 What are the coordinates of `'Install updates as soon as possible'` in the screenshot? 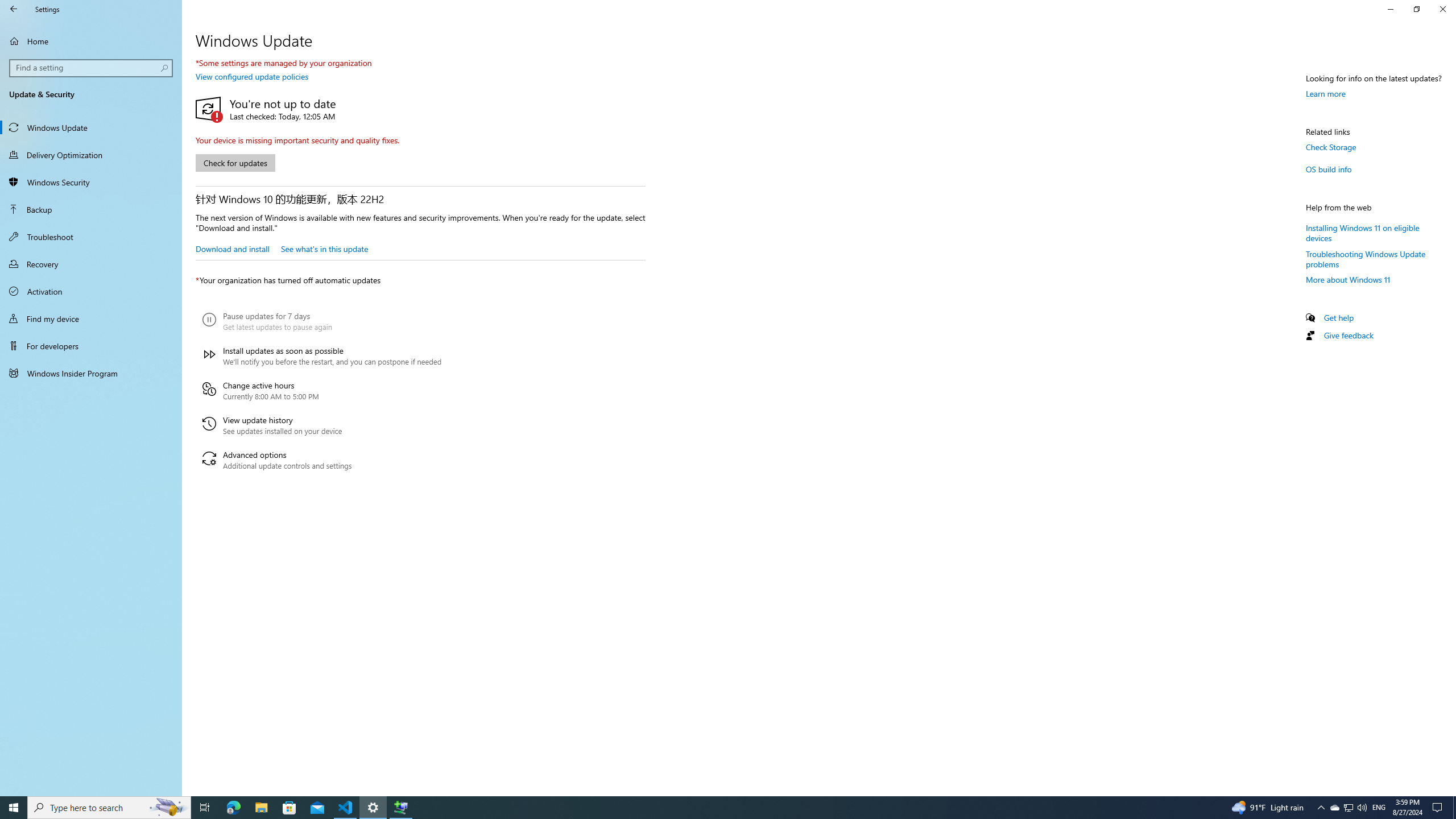 It's located at (321, 355).